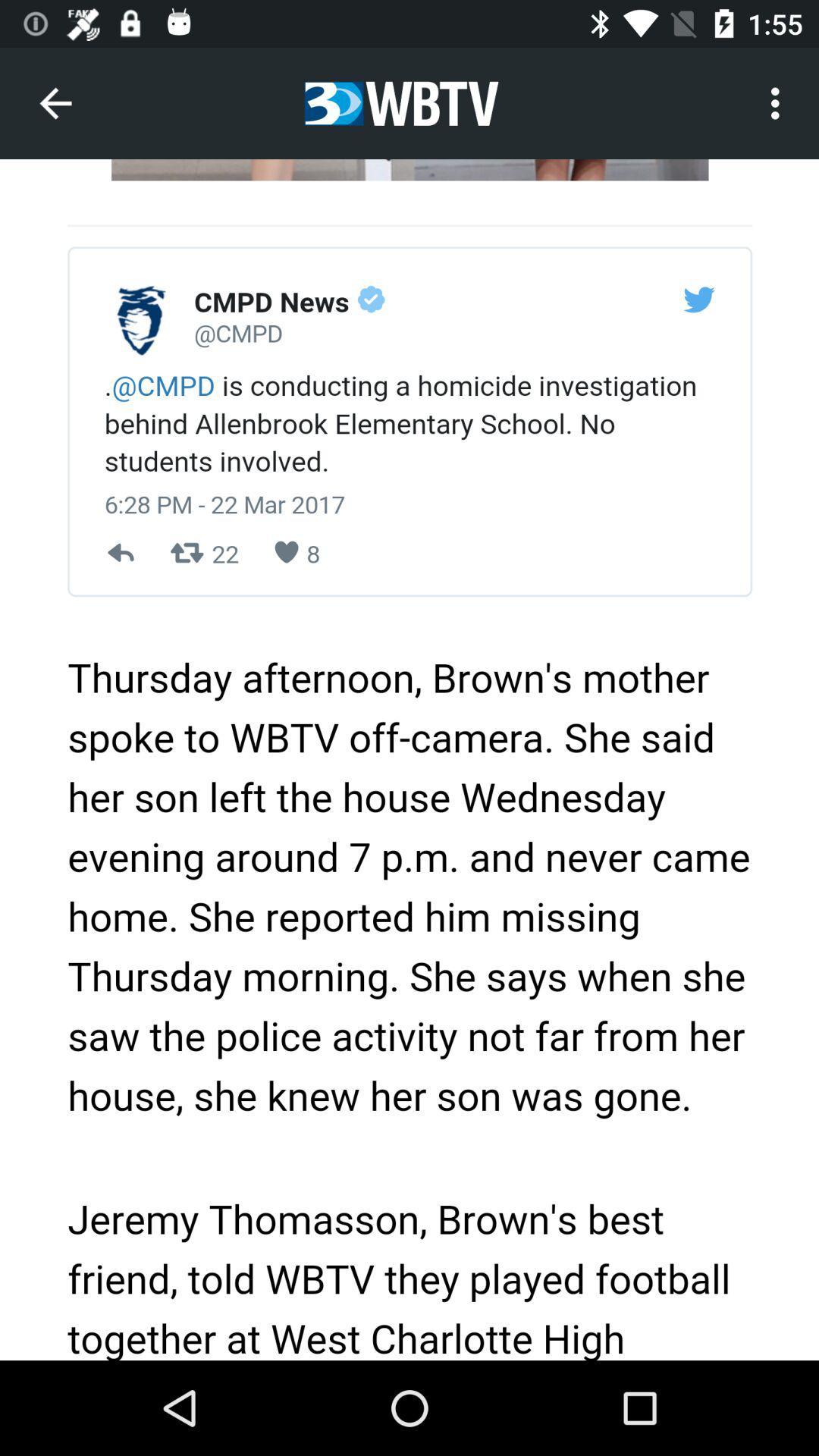  I want to click on file option, so click(409, 760).